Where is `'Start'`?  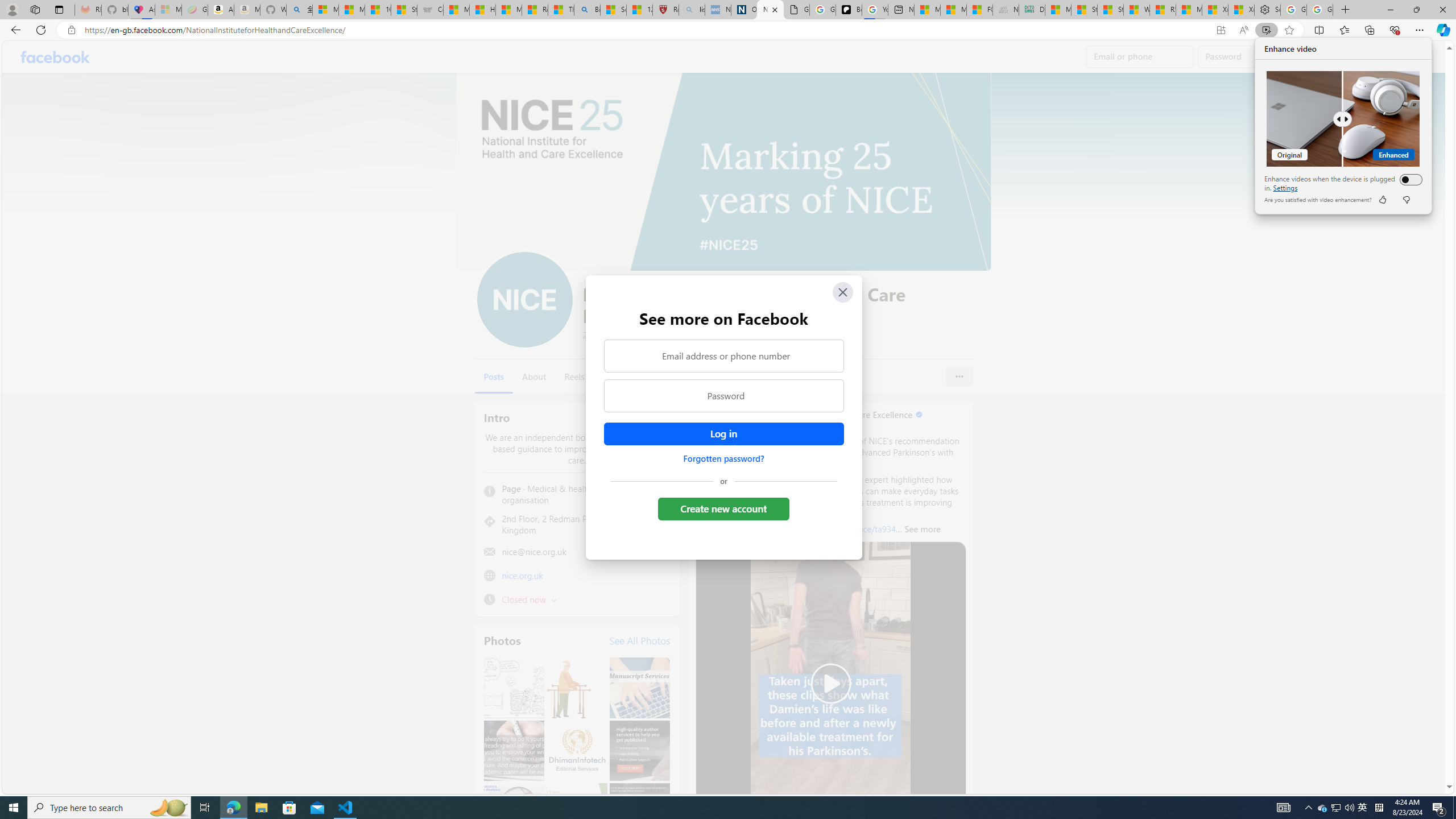
'Start' is located at coordinates (14, 806).